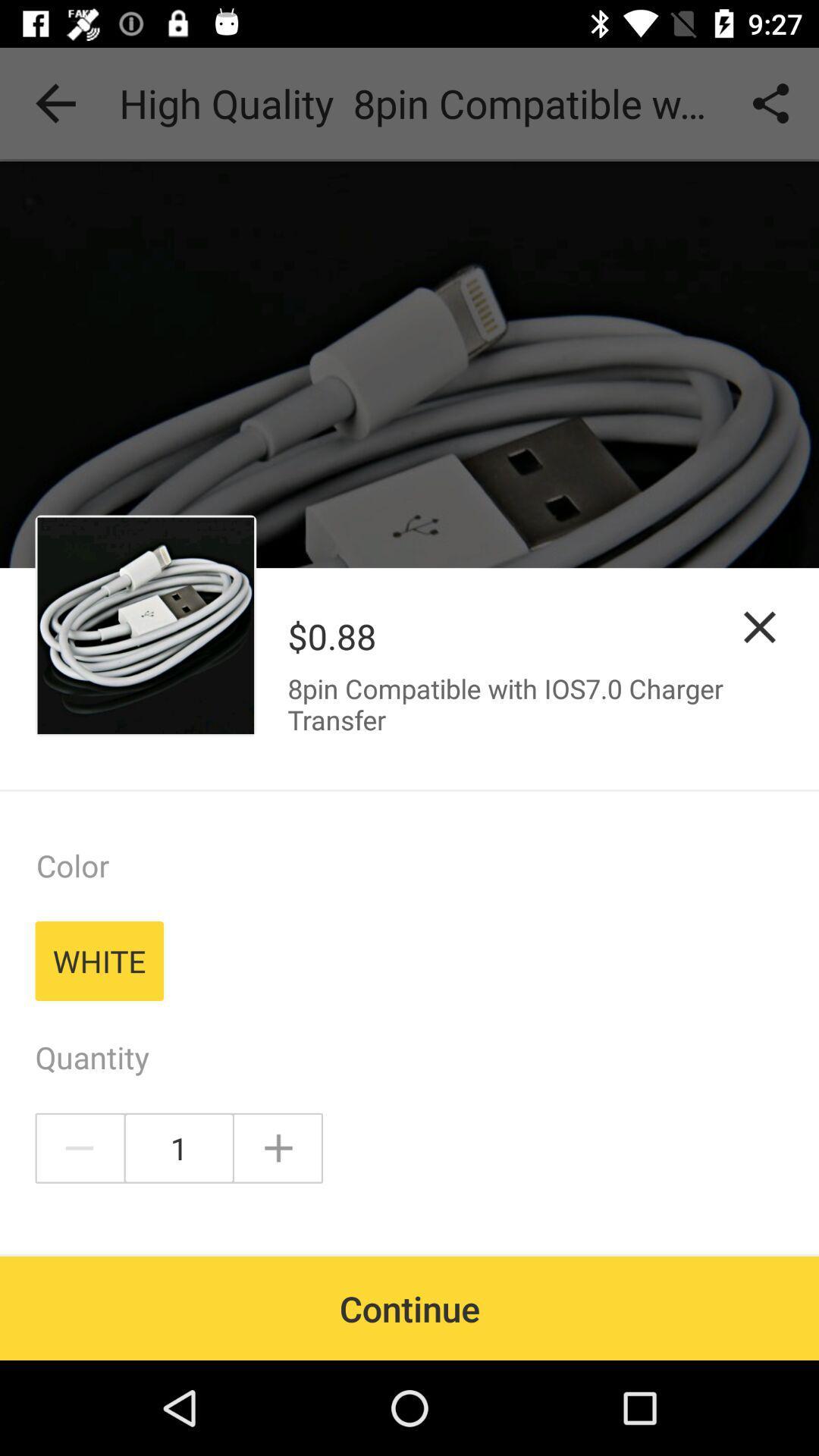  Describe the element at coordinates (760, 627) in the screenshot. I see `exit out` at that location.